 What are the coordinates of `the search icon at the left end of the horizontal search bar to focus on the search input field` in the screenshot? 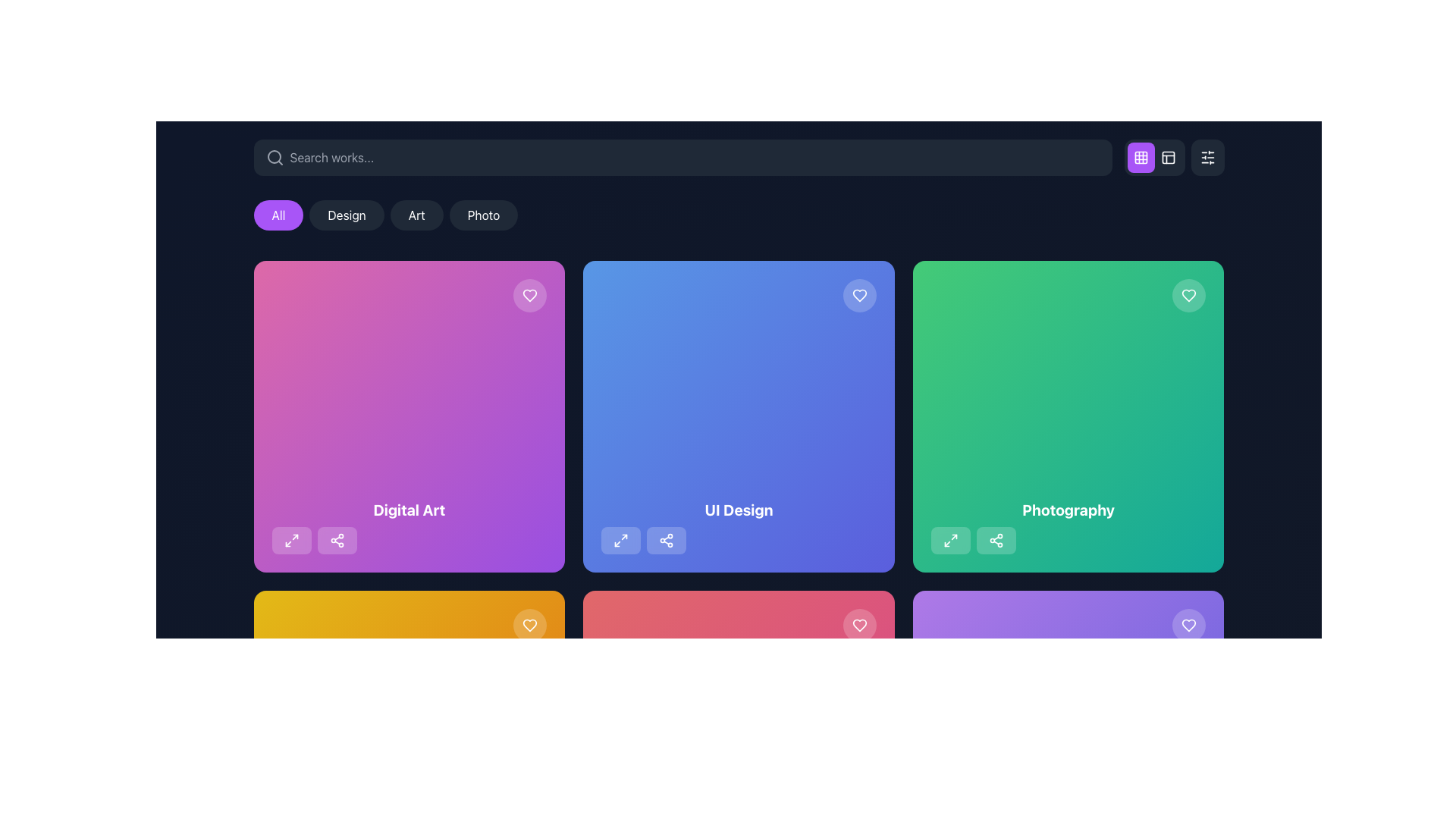 It's located at (275, 158).